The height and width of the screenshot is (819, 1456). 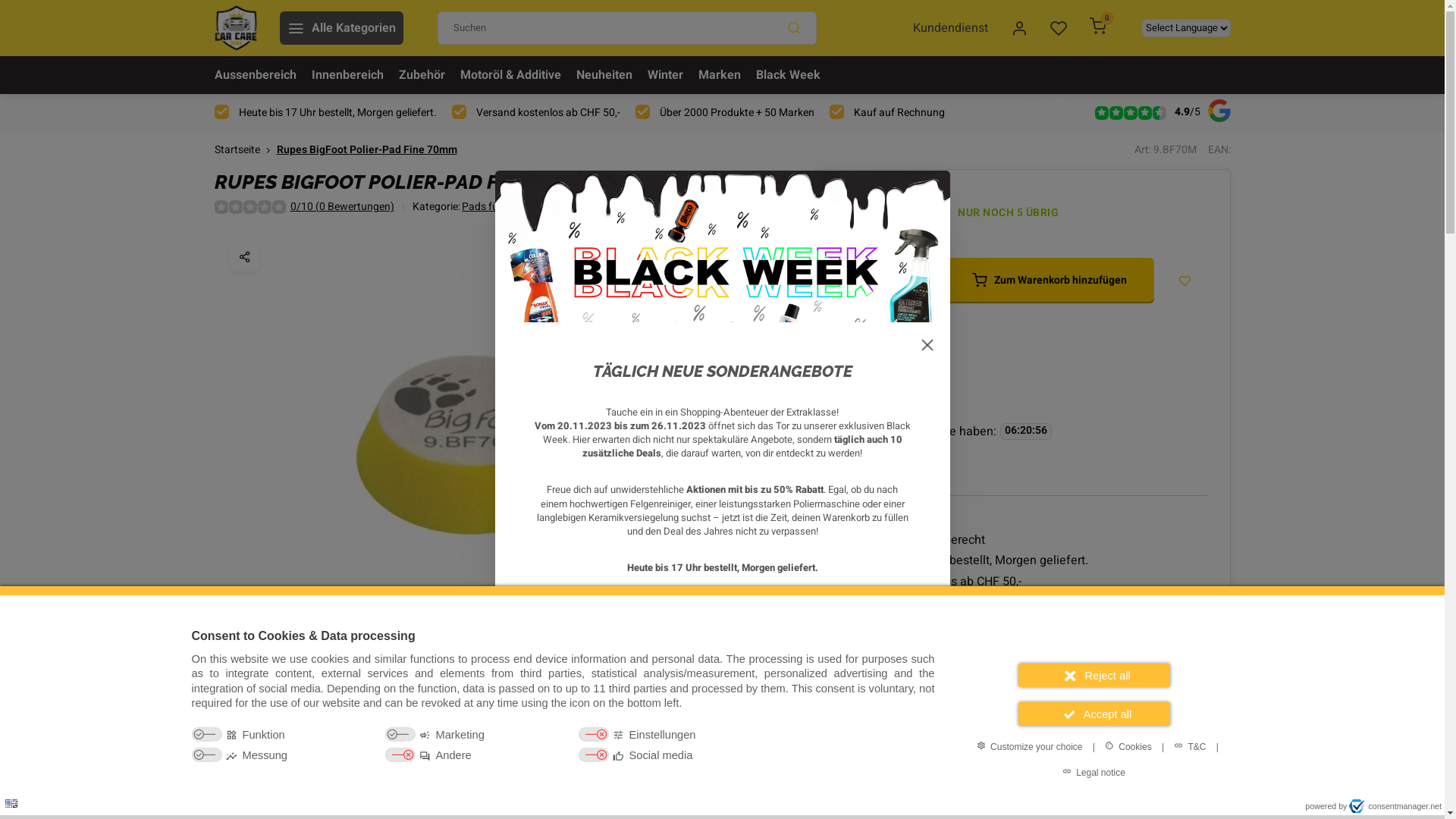 What do you see at coordinates (603, 75) in the screenshot?
I see `'Neuheiten'` at bounding box center [603, 75].